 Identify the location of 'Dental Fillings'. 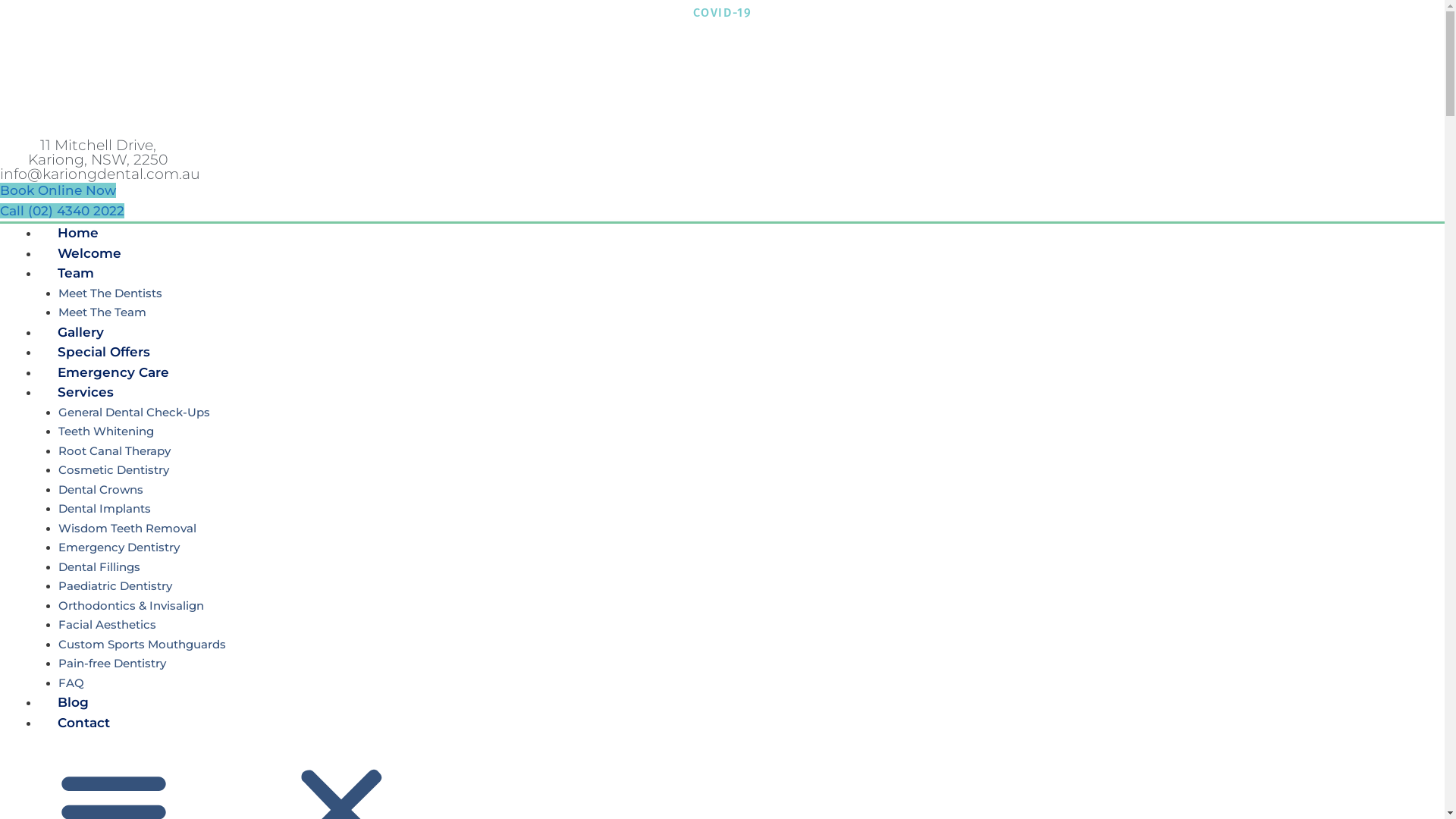
(97, 566).